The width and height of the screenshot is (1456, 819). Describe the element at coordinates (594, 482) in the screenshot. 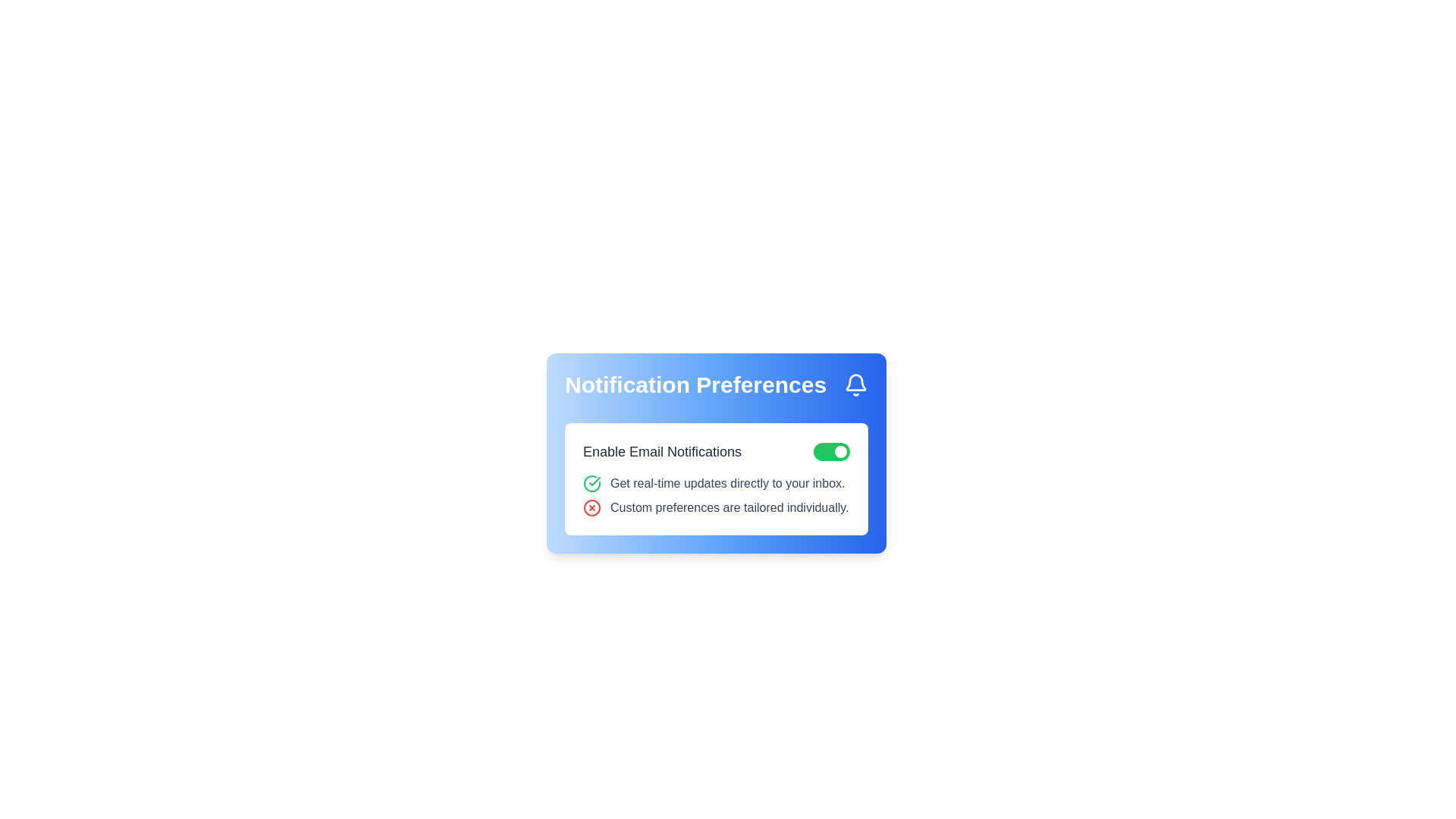

I see `the appearance of the confirmation icon located beside the text 'Get real-time updates directly to your inbox.'` at that location.